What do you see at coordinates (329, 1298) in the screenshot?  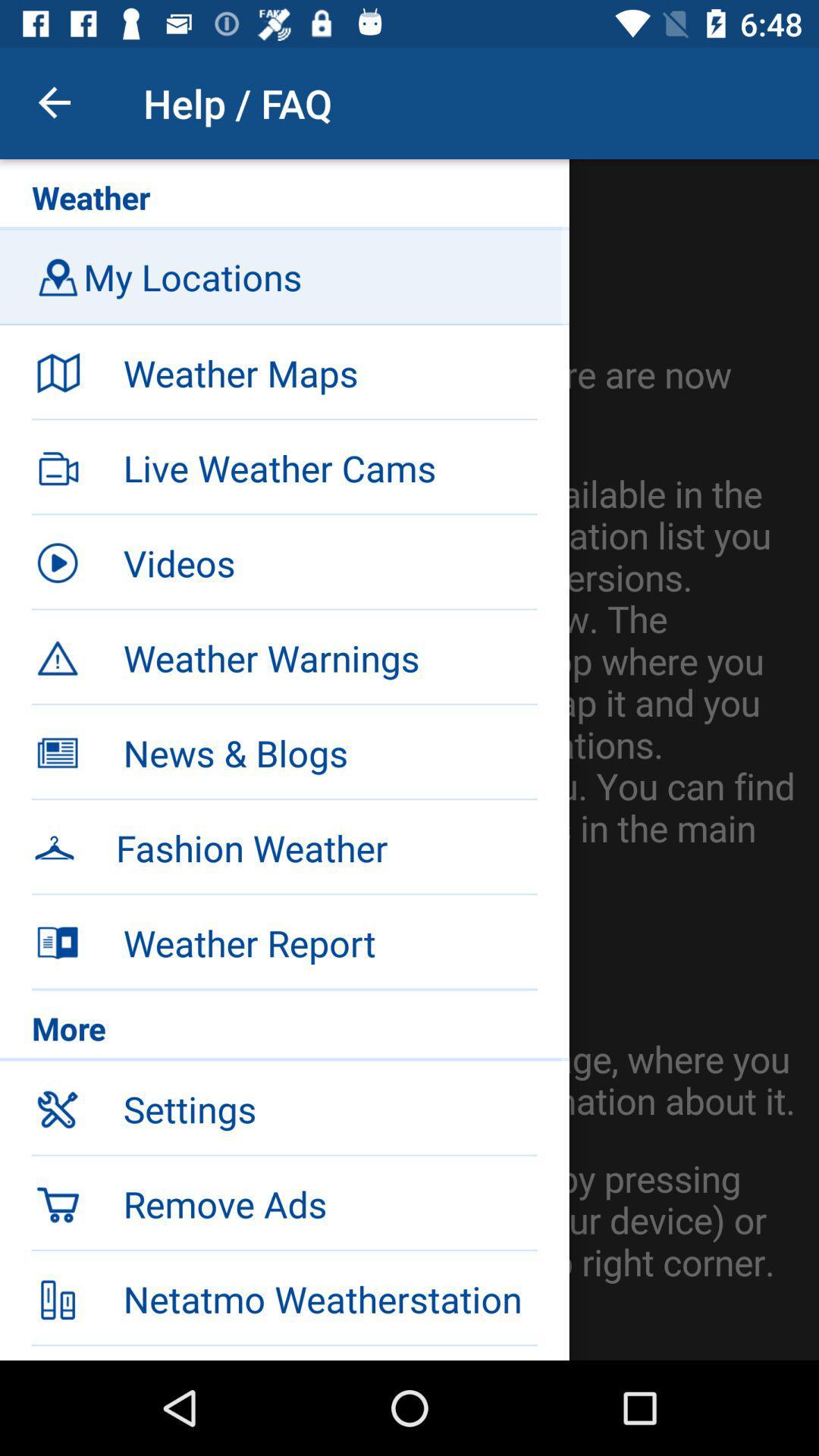 I see `netatmo weatherstation` at bounding box center [329, 1298].